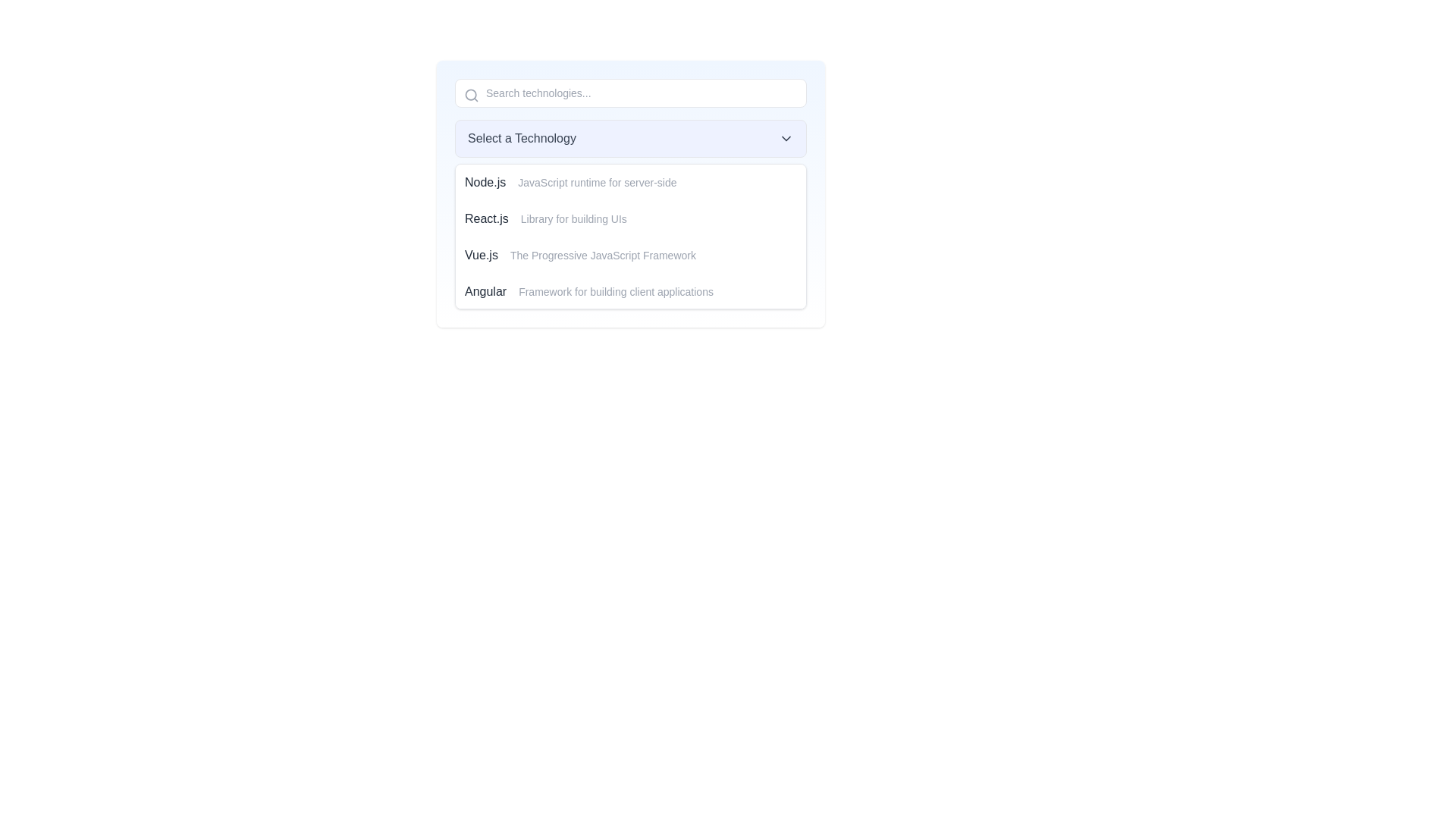 This screenshot has width=1456, height=819. I want to click on the first item in the dropdown list that allows users to select 'Node.js', so click(630, 181).